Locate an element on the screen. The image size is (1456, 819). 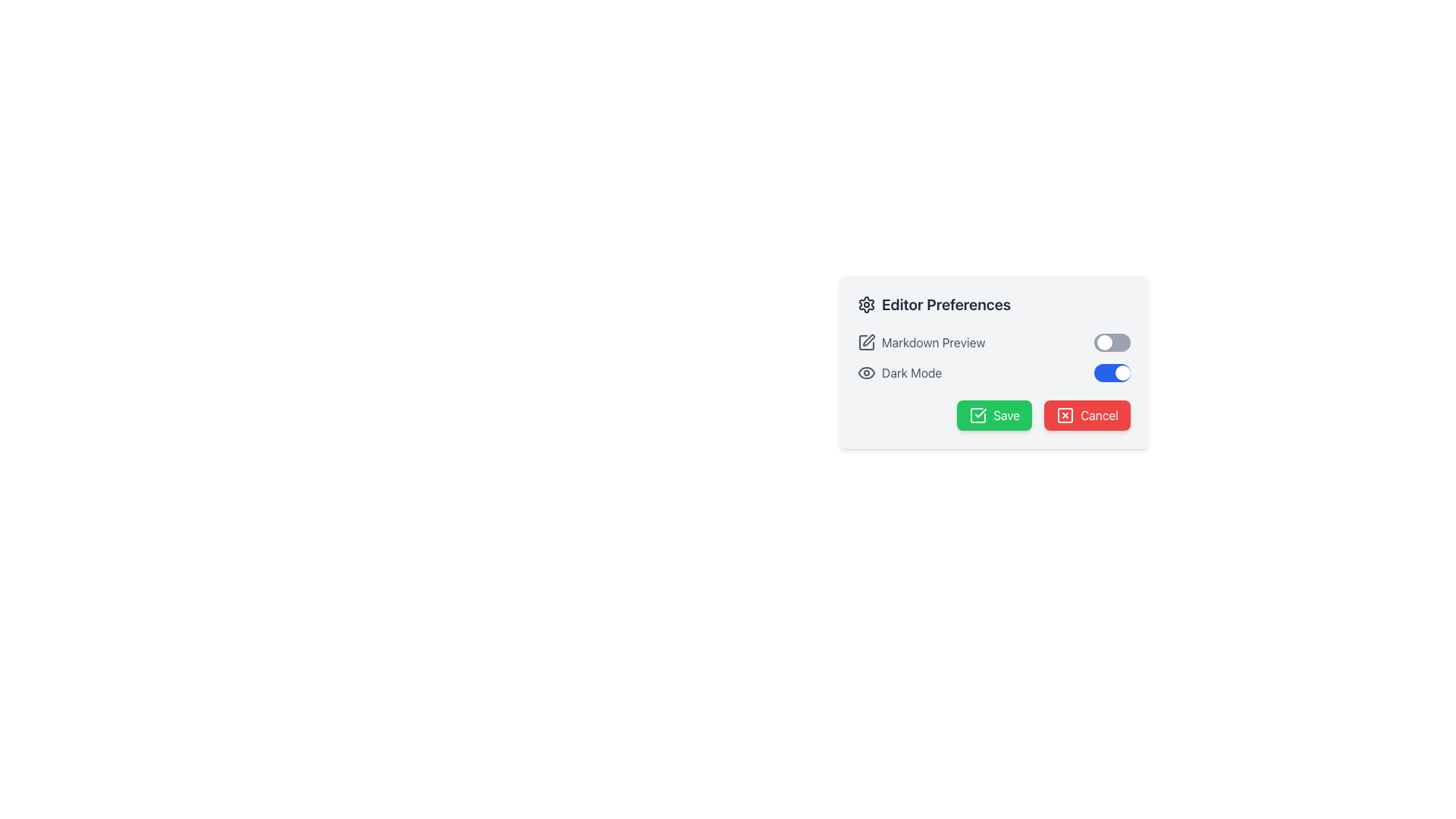
the toggle switch for 'Dark Mode' located in the bottom-right corner of the 'Editor Preferences' pop-up to switch its state is located at coordinates (1112, 373).